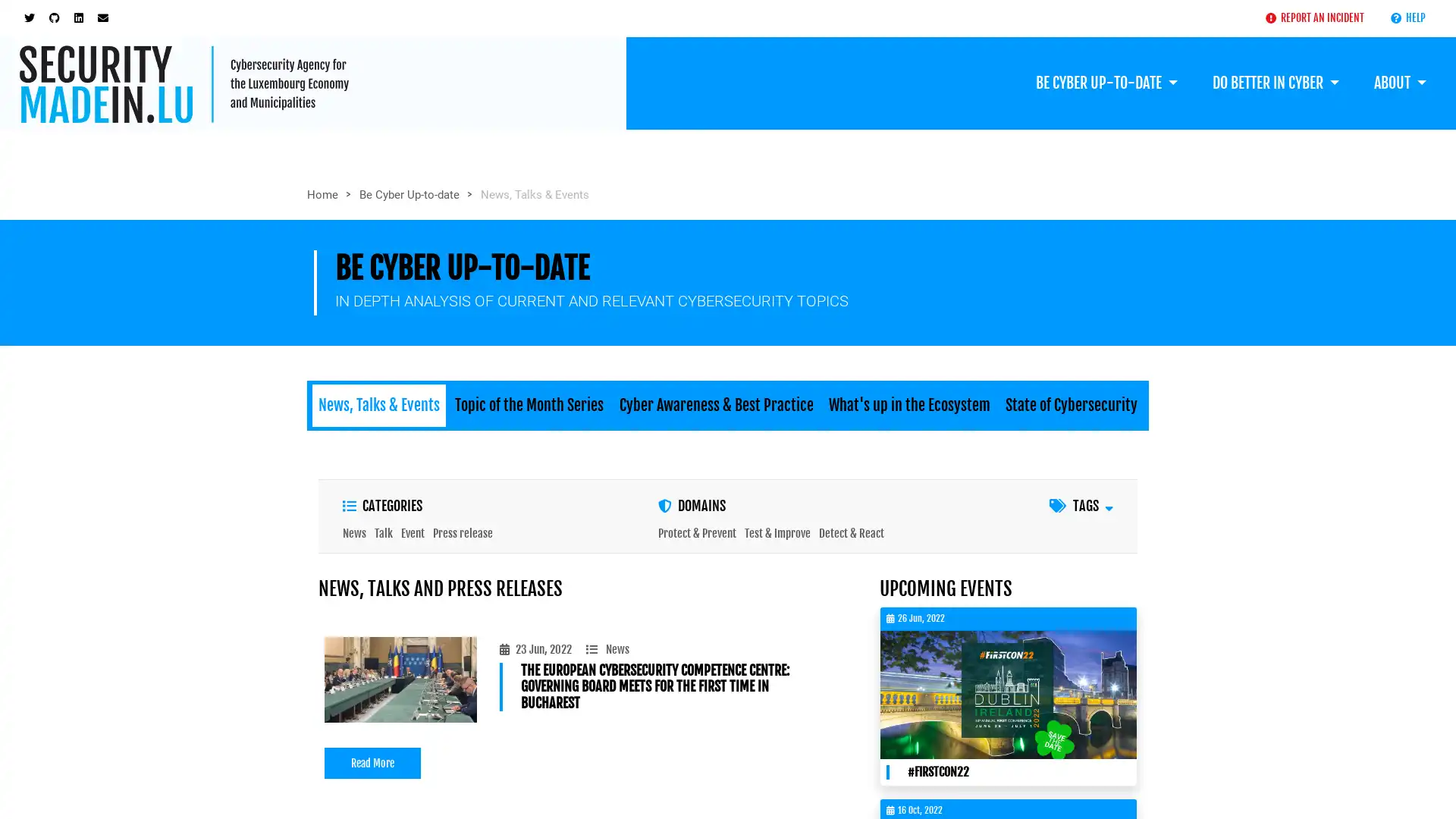 The width and height of the screenshot is (1456, 819). Describe the element at coordinates (1274, 82) in the screenshot. I see `DO BETTER IN CYBER` at that location.